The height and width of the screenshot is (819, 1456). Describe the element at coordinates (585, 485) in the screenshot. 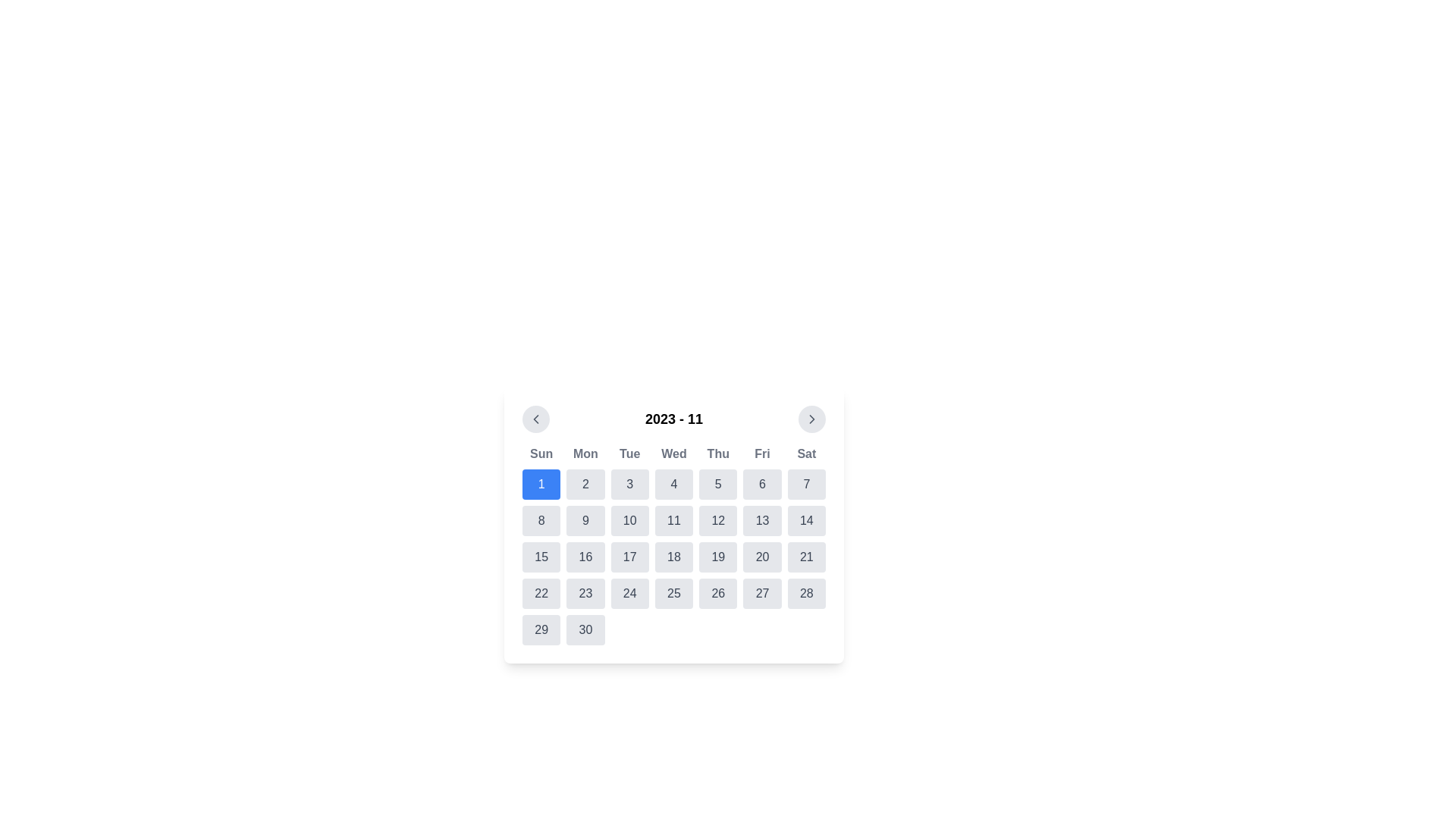

I see `the button representing the second day of the month in the calendar view` at that location.